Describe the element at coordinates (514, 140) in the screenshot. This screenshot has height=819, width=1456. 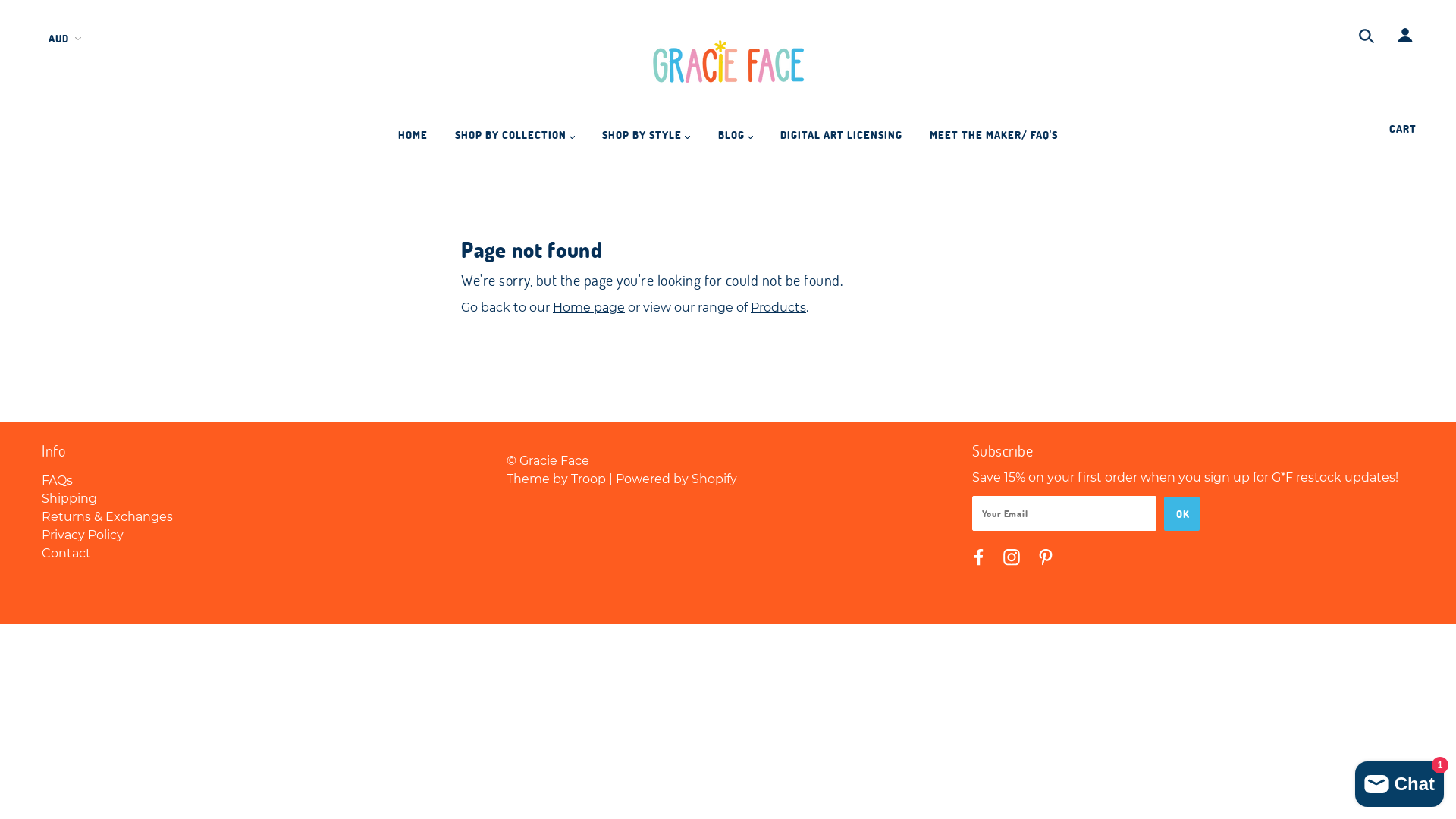
I see `'SHOP BY COLLECTION'` at that location.